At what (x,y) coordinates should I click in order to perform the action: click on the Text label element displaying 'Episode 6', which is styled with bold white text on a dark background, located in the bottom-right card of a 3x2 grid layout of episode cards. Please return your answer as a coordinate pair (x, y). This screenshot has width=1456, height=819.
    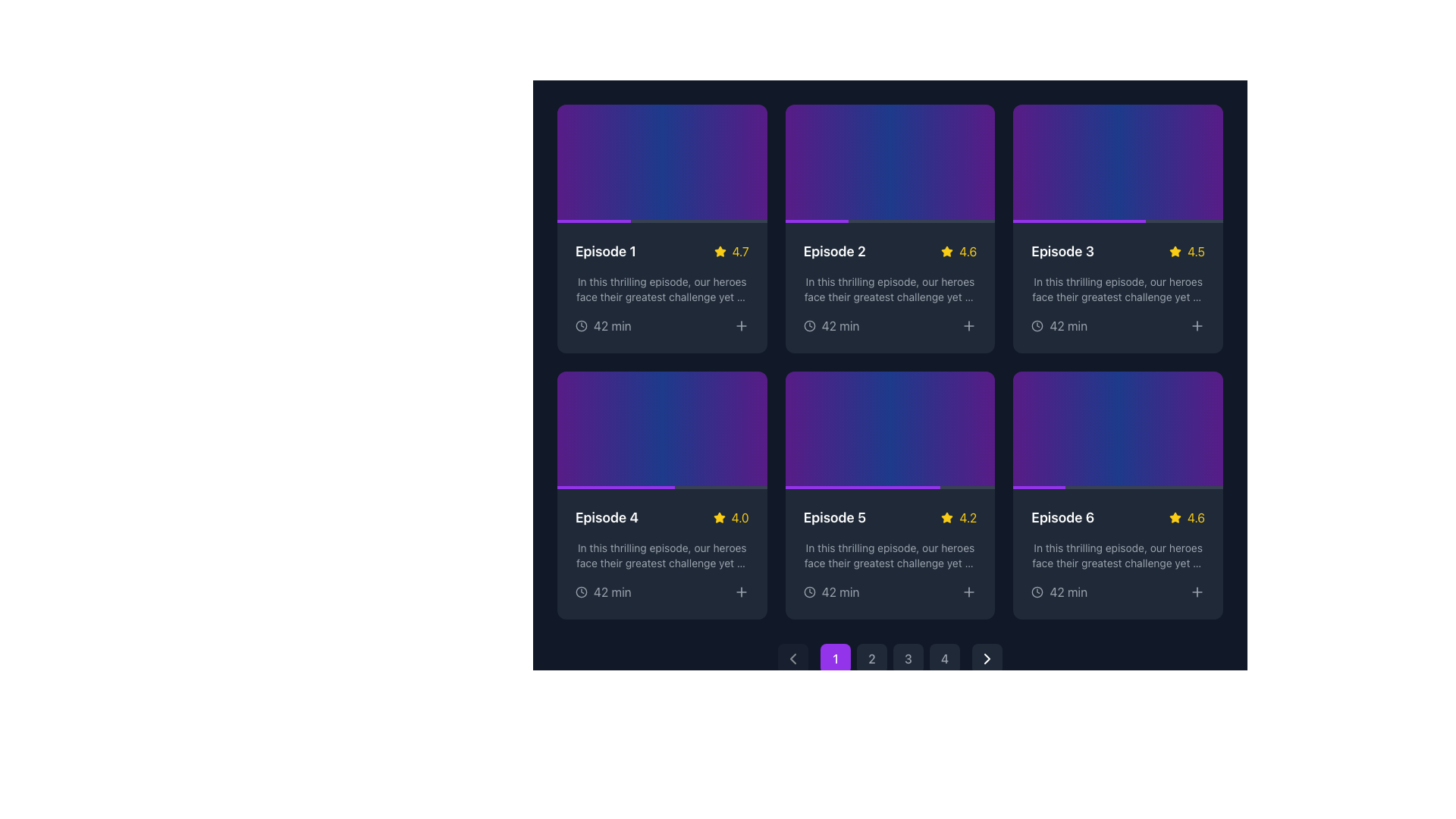
    Looking at the image, I should click on (1062, 517).